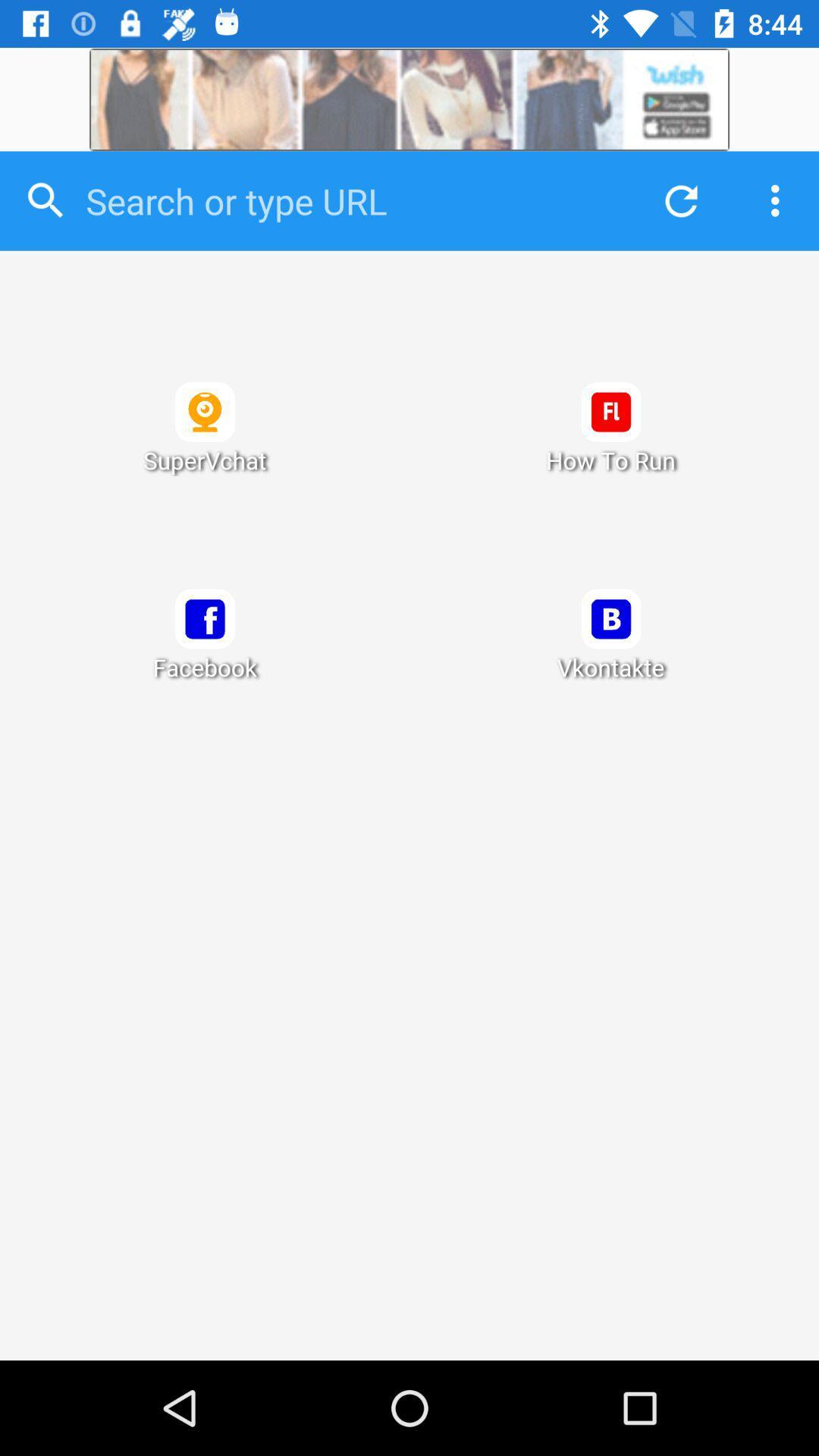 This screenshot has height=1456, width=819. What do you see at coordinates (409, 99) in the screenshot?
I see `advertisements banner` at bounding box center [409, 99].